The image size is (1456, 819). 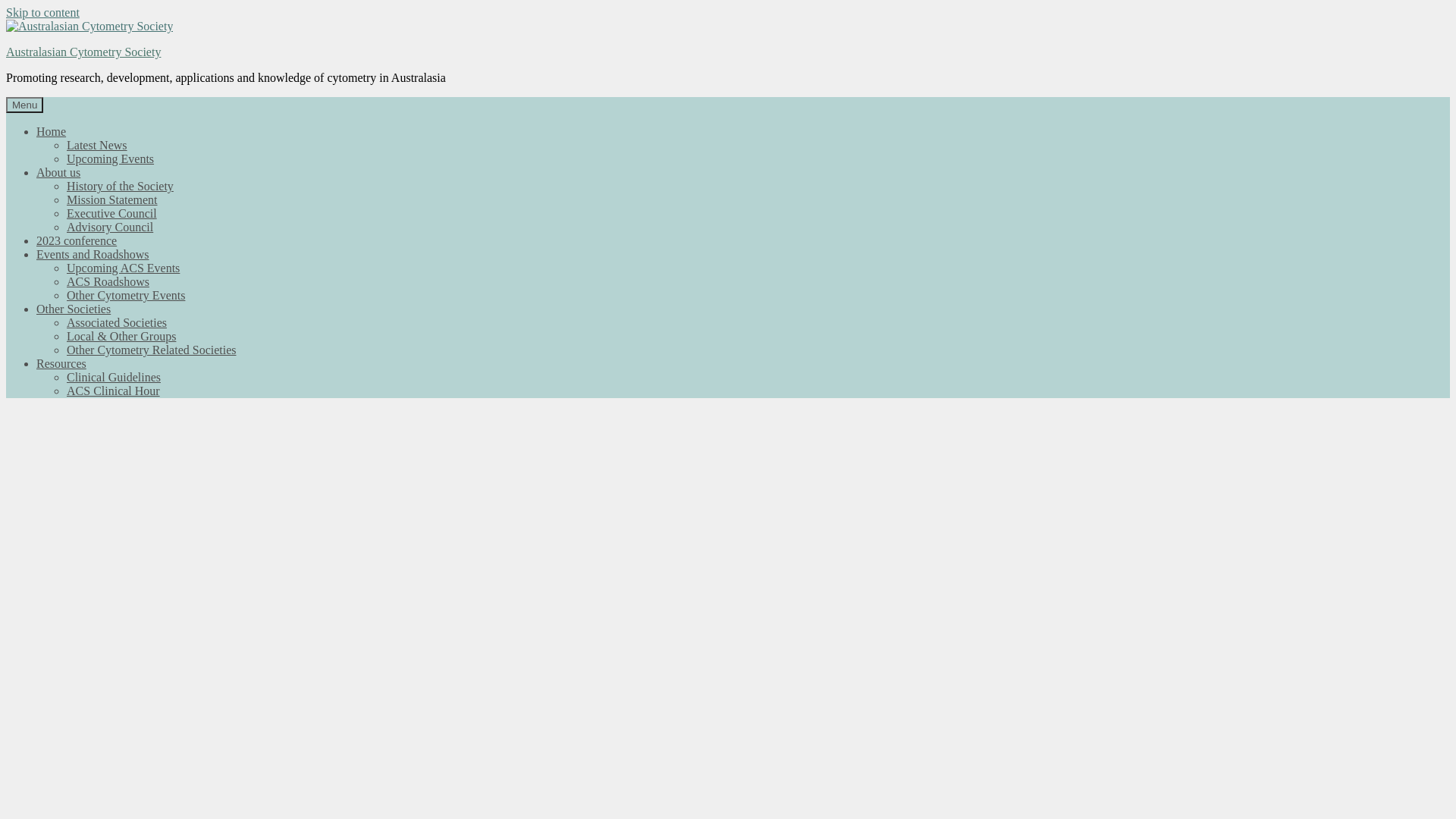 What do you see at coordinates (120, 335) in the screenshot?
I see `'Local & Other Groups'` at bounding box center [120, 335].